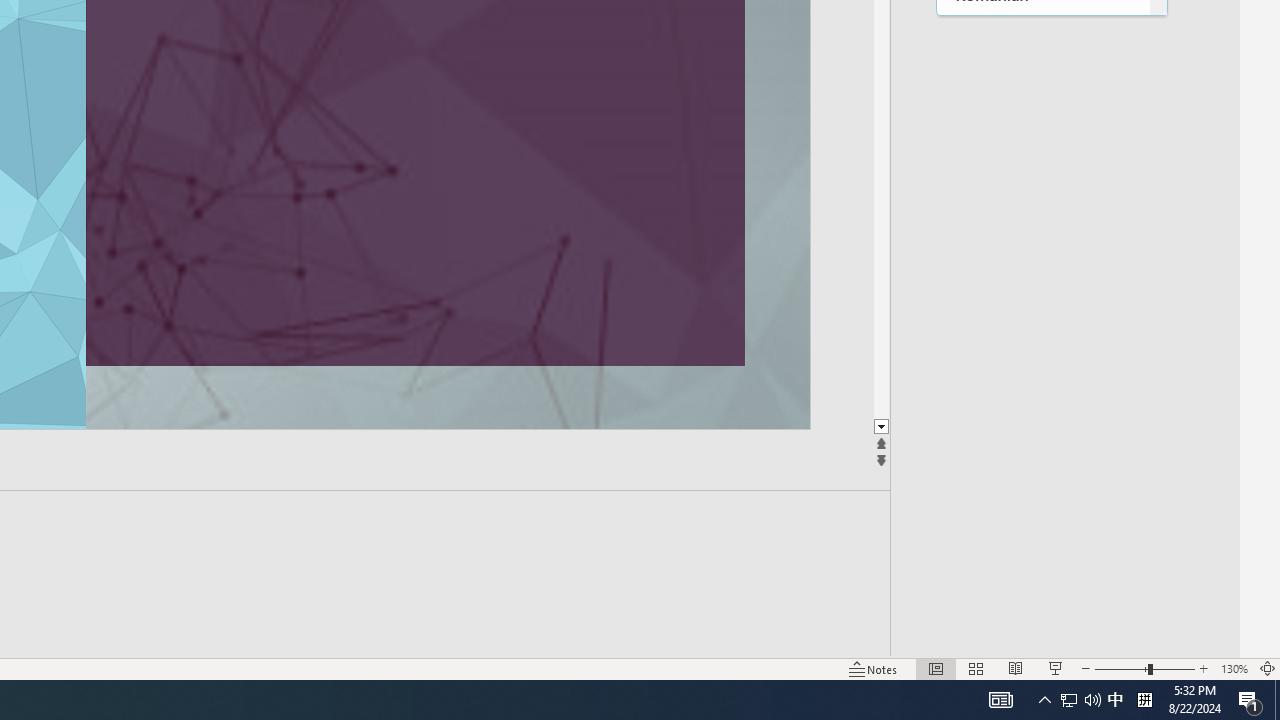  What do you see at coordinates (1233, 669) in the screenshot?
I see `'Zoom 130%'` at bounding box center [1233, 669].